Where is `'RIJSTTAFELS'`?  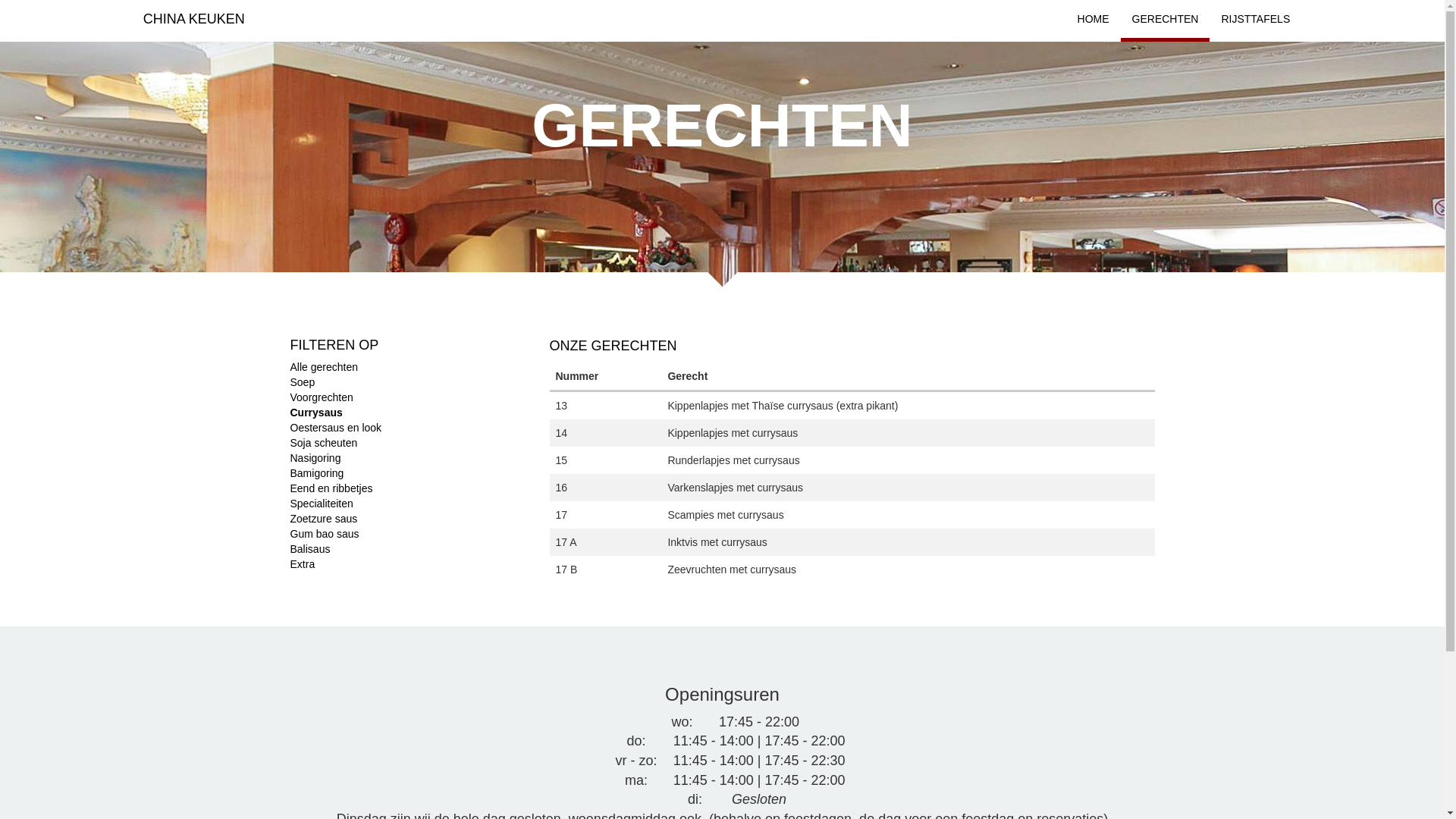
'RIJSTTAFELS' is located at coordinates (1255, 18).